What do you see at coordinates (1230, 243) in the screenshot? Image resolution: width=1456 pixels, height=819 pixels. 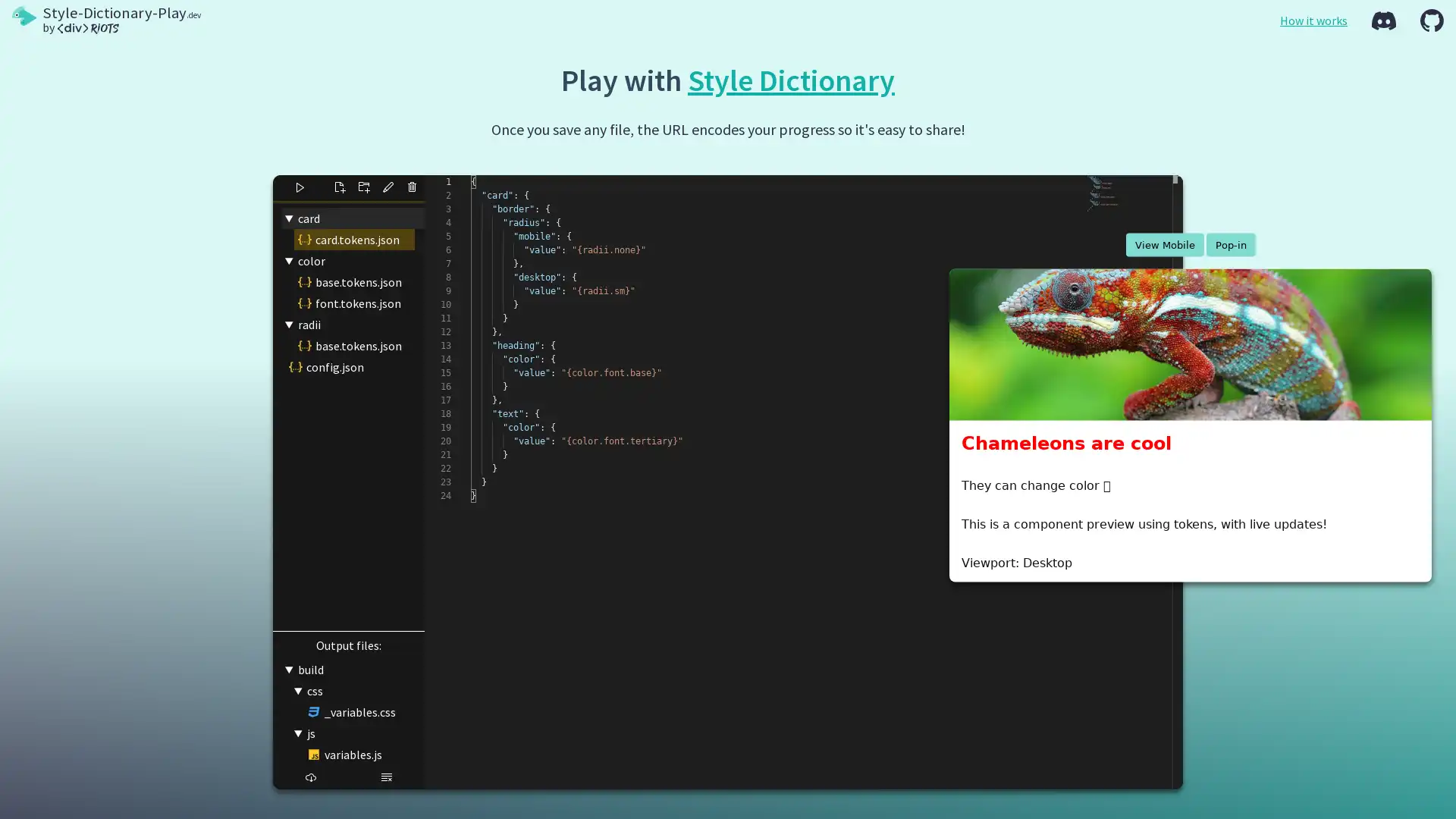 I see `Pop-in` at bounding box center [1230, 243].